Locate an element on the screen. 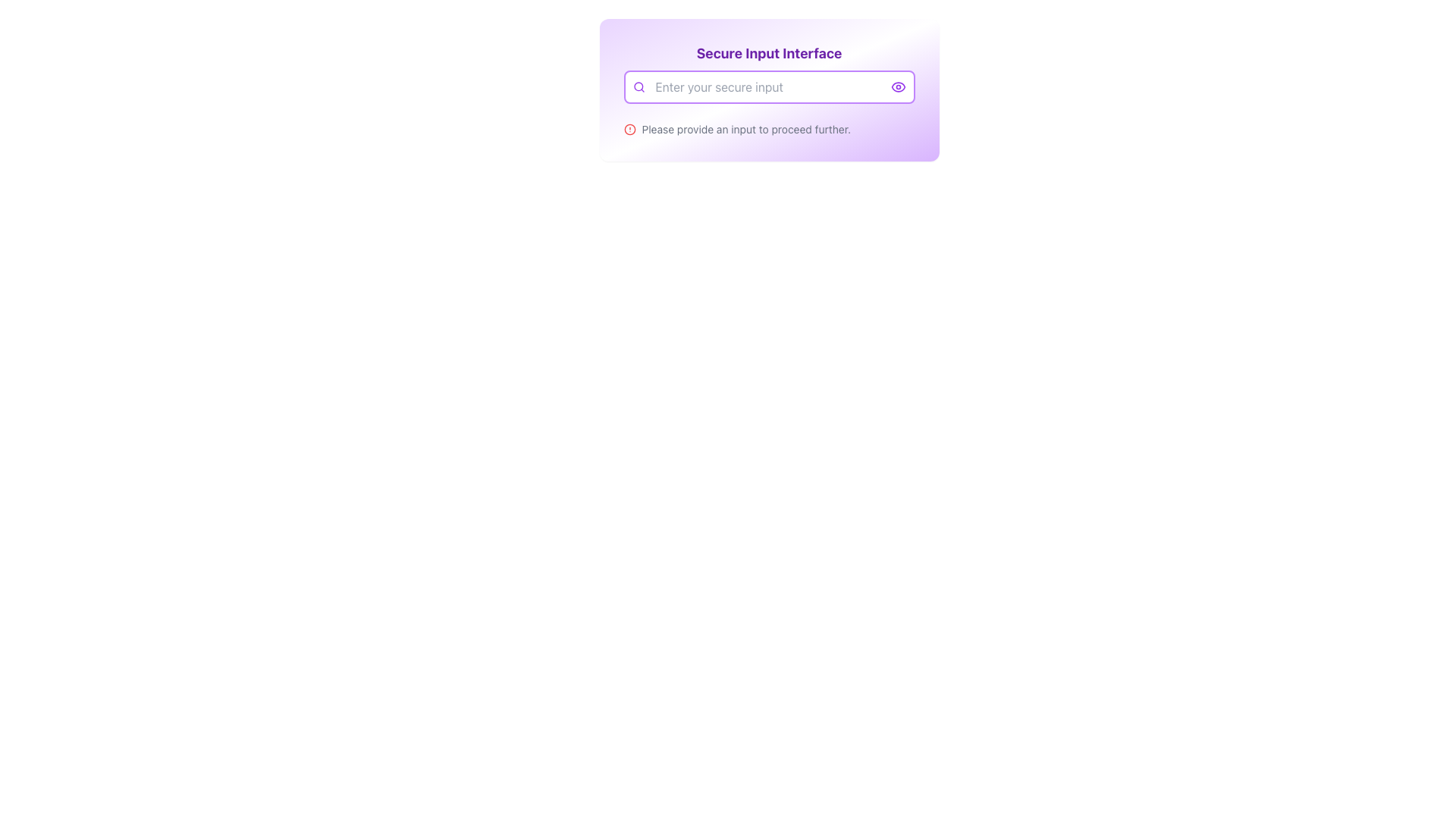 This screenshot has height=819, width=1456. the informative text label with an accompanying icon located just below the 'Enter your secure input' field, which serves to prompt users for input is located at coordinates (769, 128).